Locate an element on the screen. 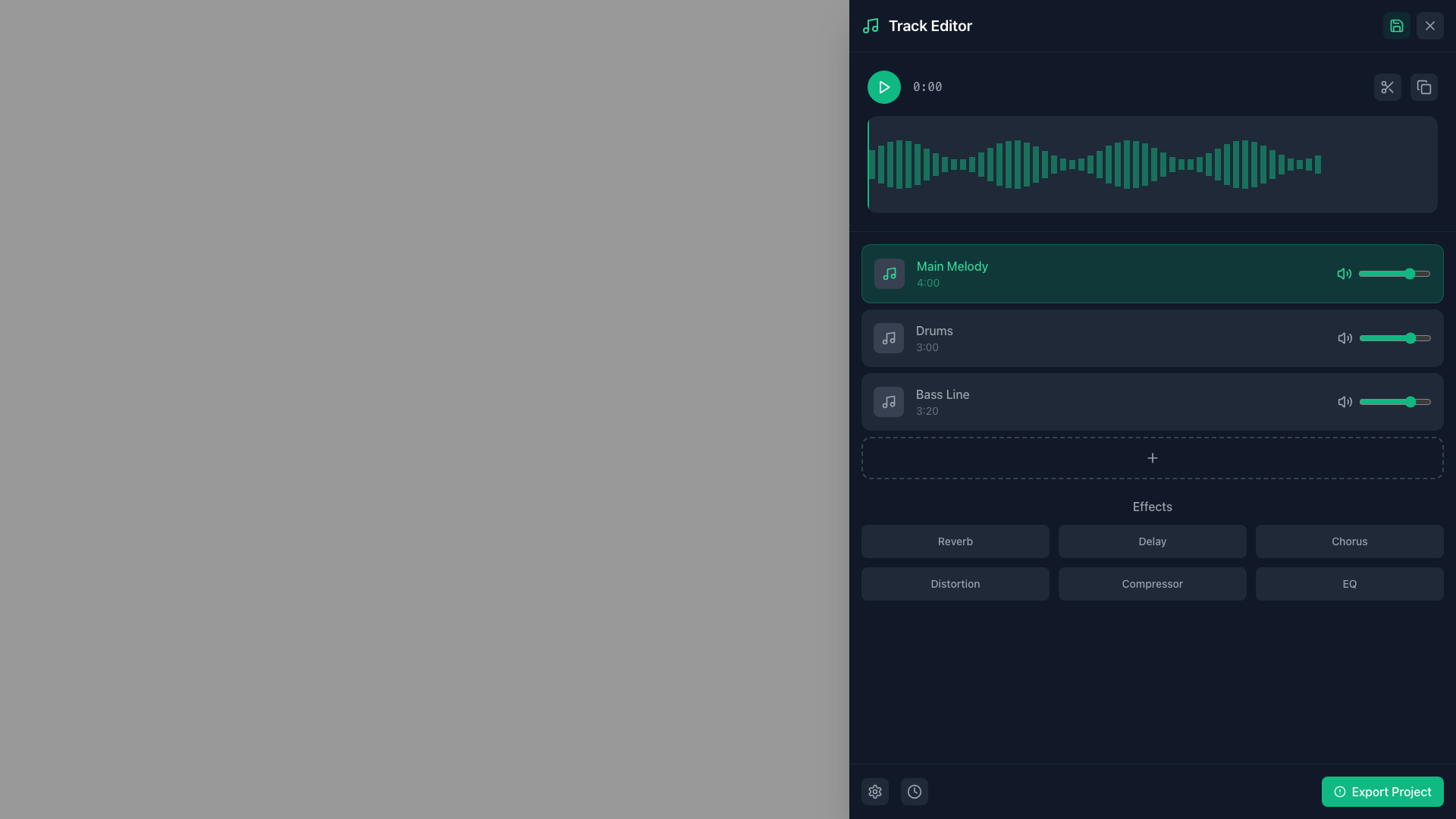 The width and height of the screenshot is (1456, 819). the second vertical green indicator bar within the waveform visualization in the track editor interface is located at coordinates (880, 164).